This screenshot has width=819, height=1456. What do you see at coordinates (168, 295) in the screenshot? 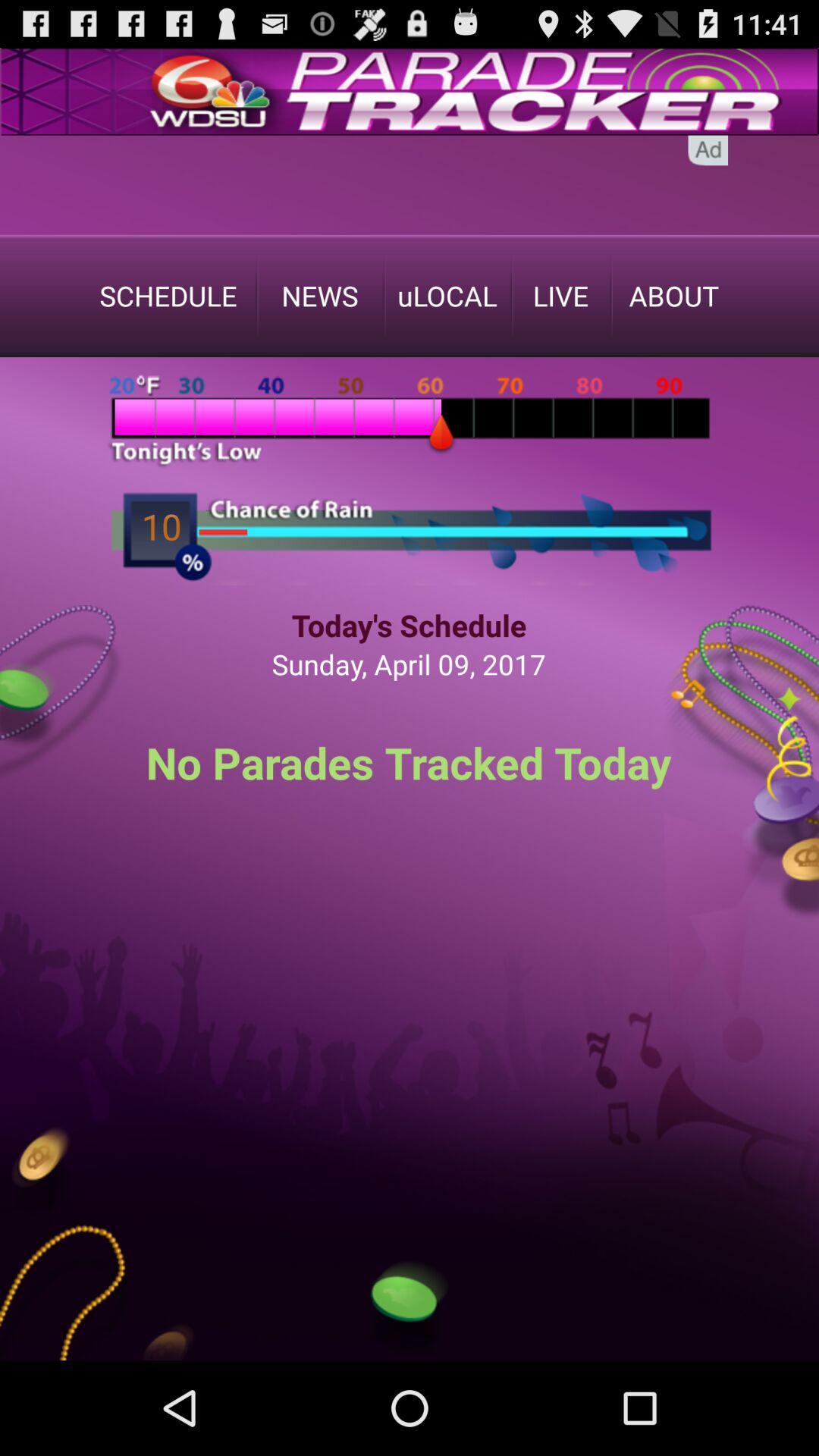
I see `schedule` at bounding box center [168, 295].